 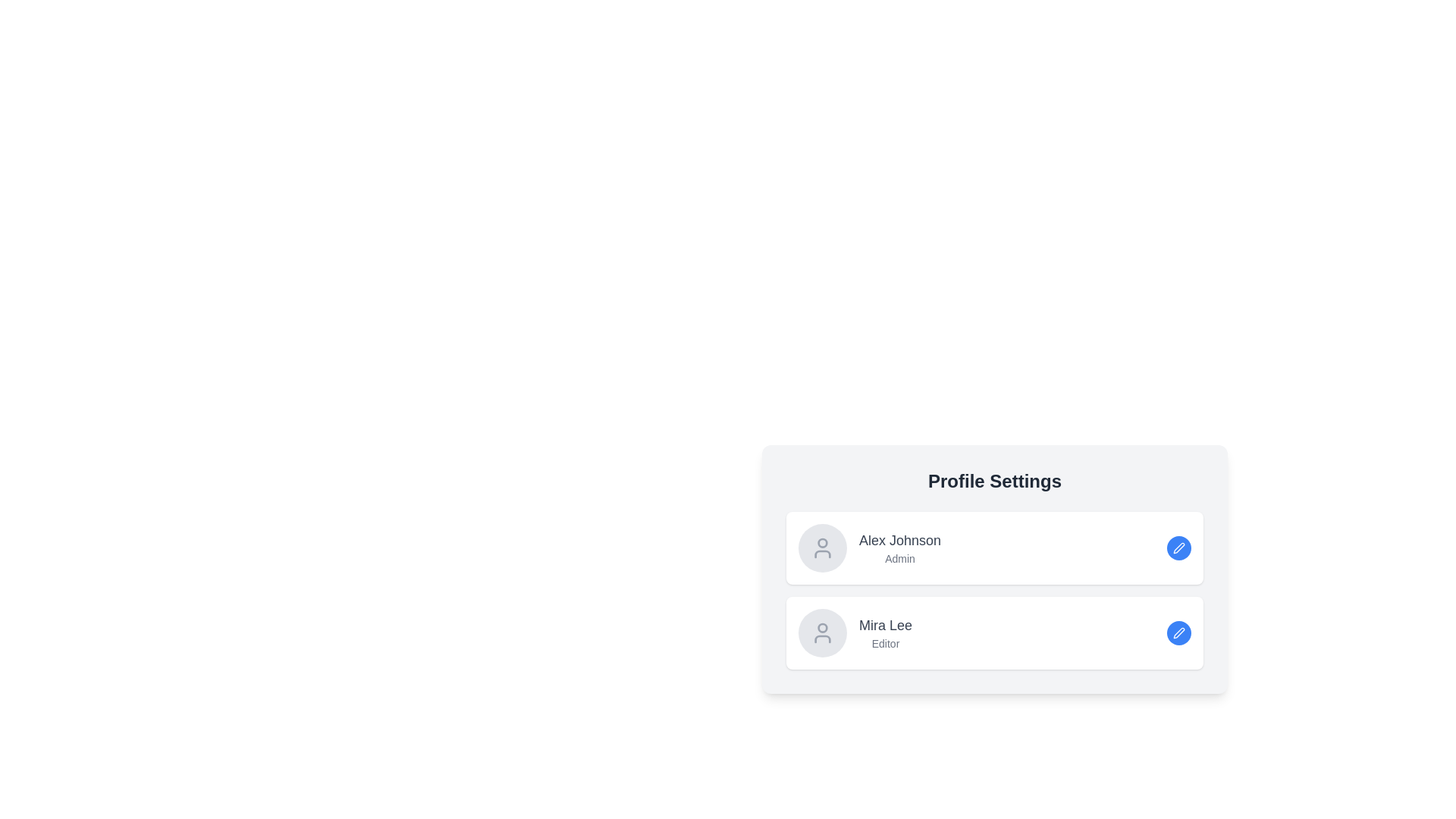 What do you see at coordinates (1178, 632) in the screenshot?
I see `the interactive button` at bounding box center [1178, 632].